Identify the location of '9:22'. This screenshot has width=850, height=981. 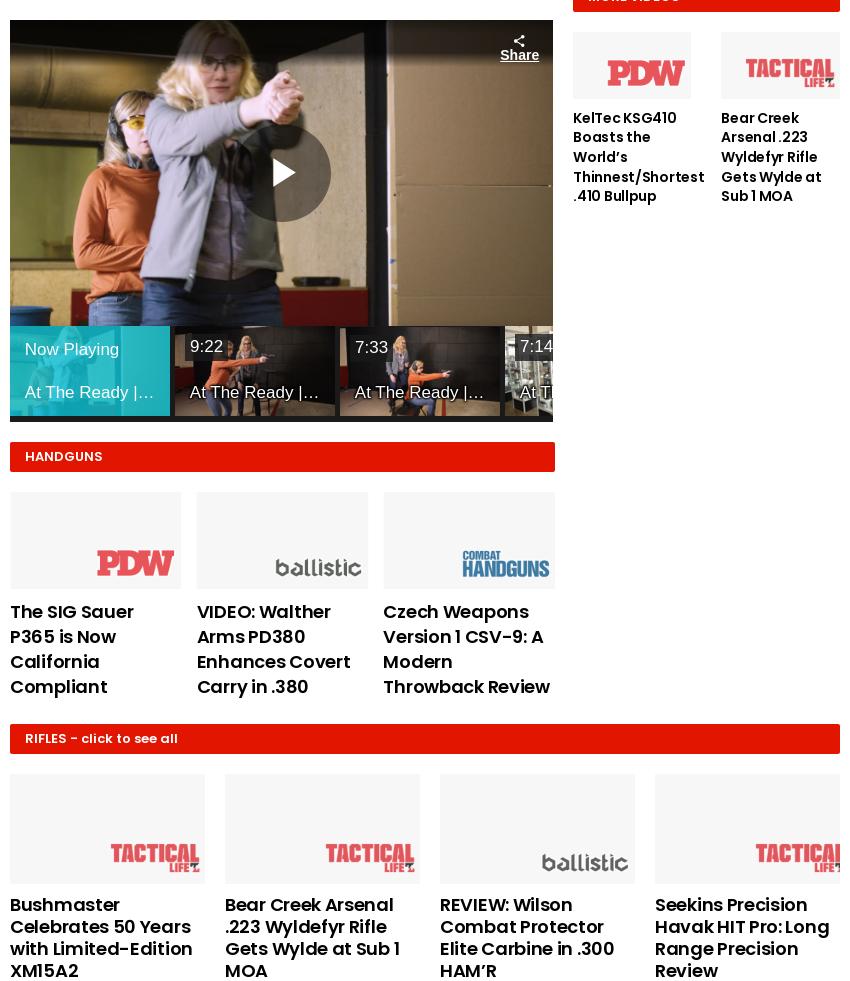
(205, 344).